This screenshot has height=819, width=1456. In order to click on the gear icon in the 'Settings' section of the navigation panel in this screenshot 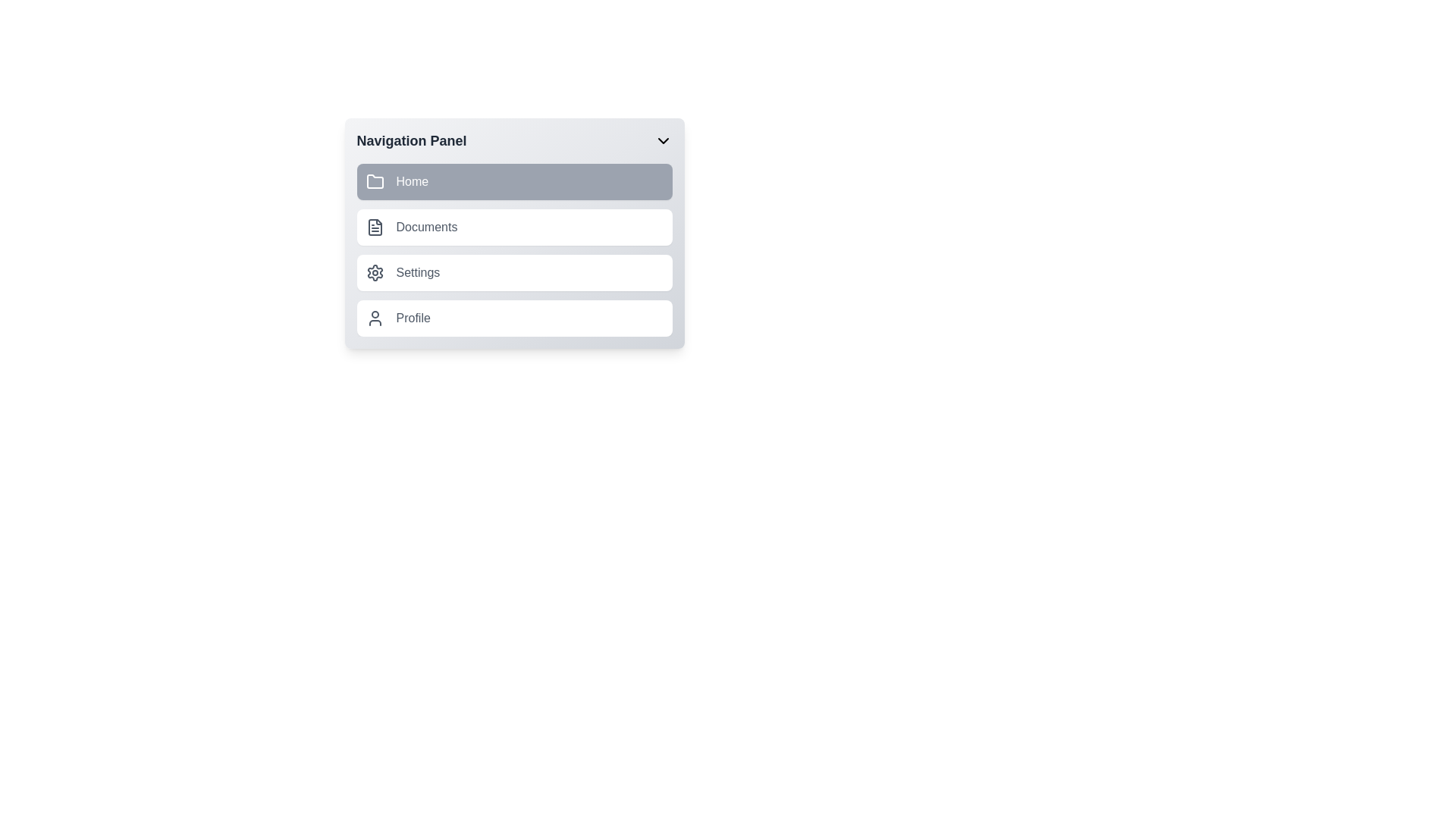, I will do `click(375, 271)`.